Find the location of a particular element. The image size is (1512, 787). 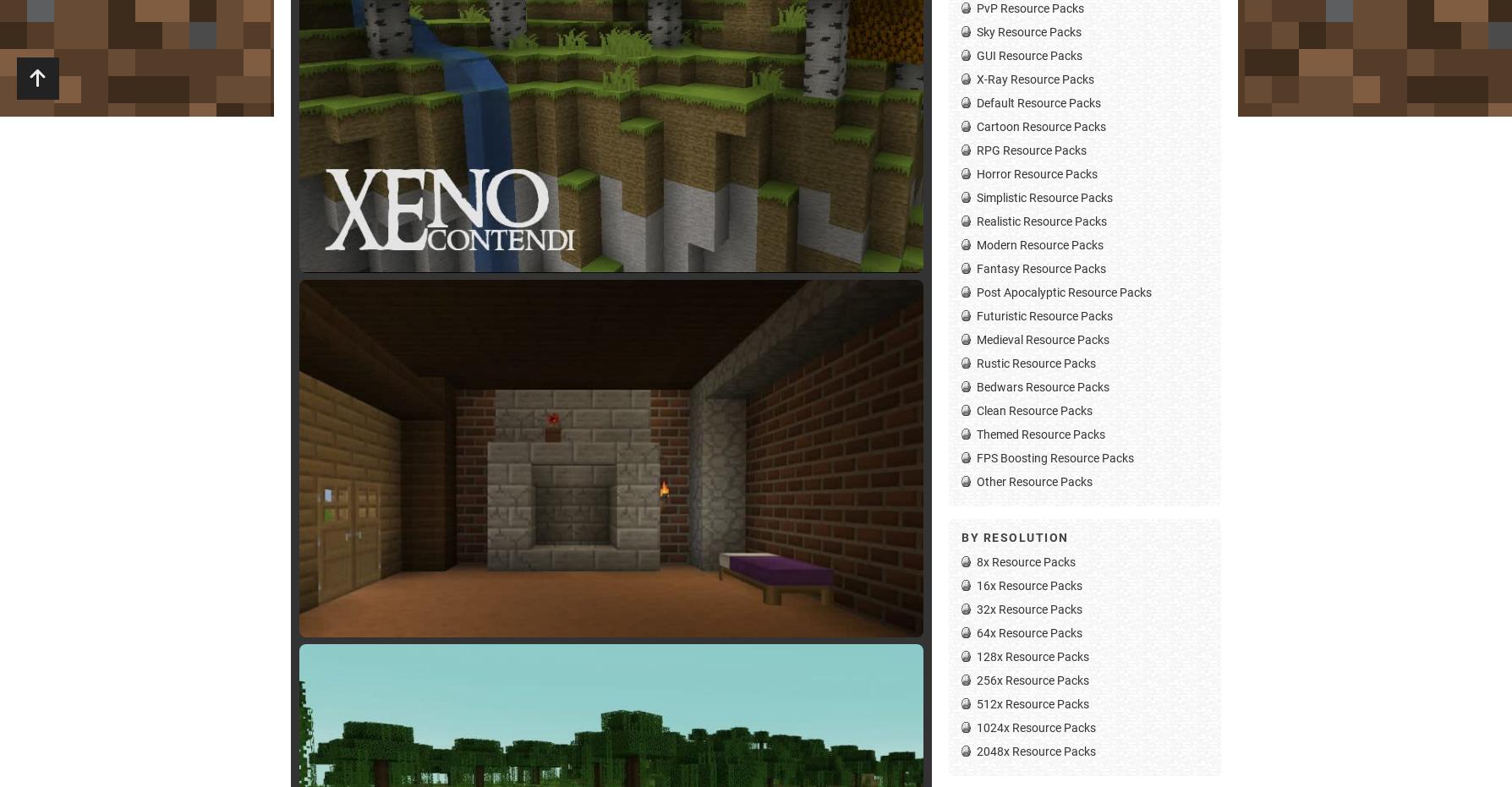

'1024x Resource Packs' is located at coordinates (1035, 726).